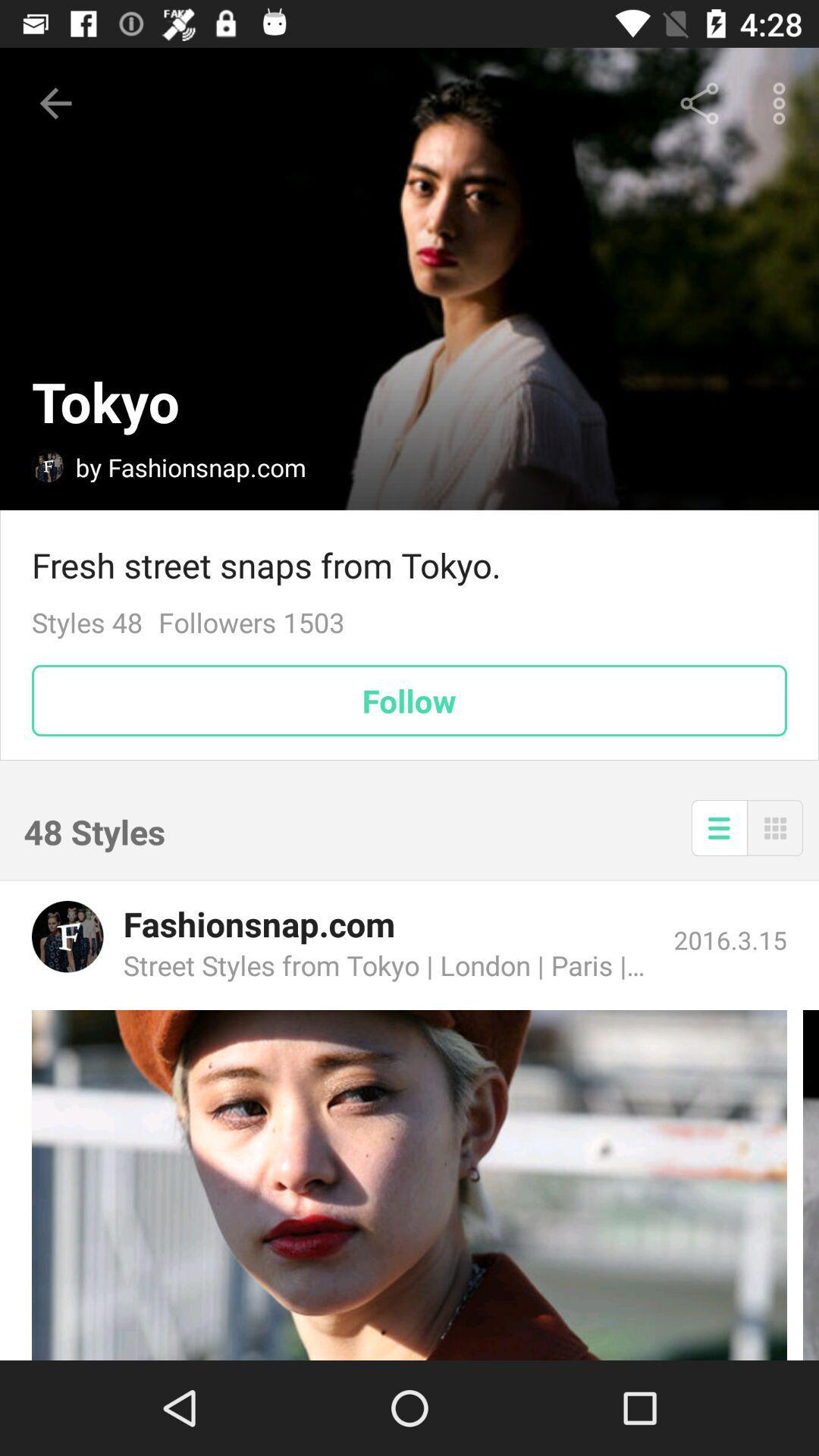  Describe the element at coordinates (775, 827) in the screenshot. I see `the icon below follow` at that location.